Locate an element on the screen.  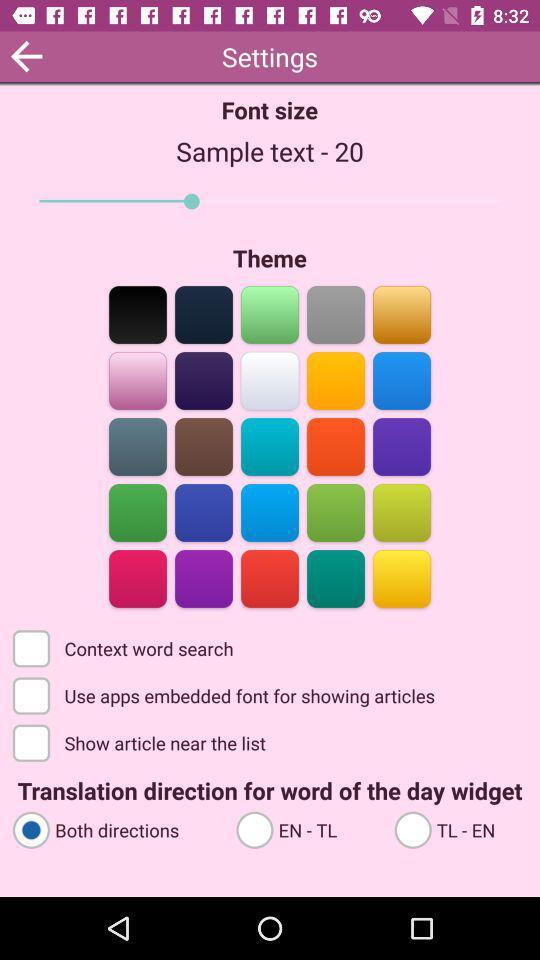
change theme to white is located at coordinates (270, 378).